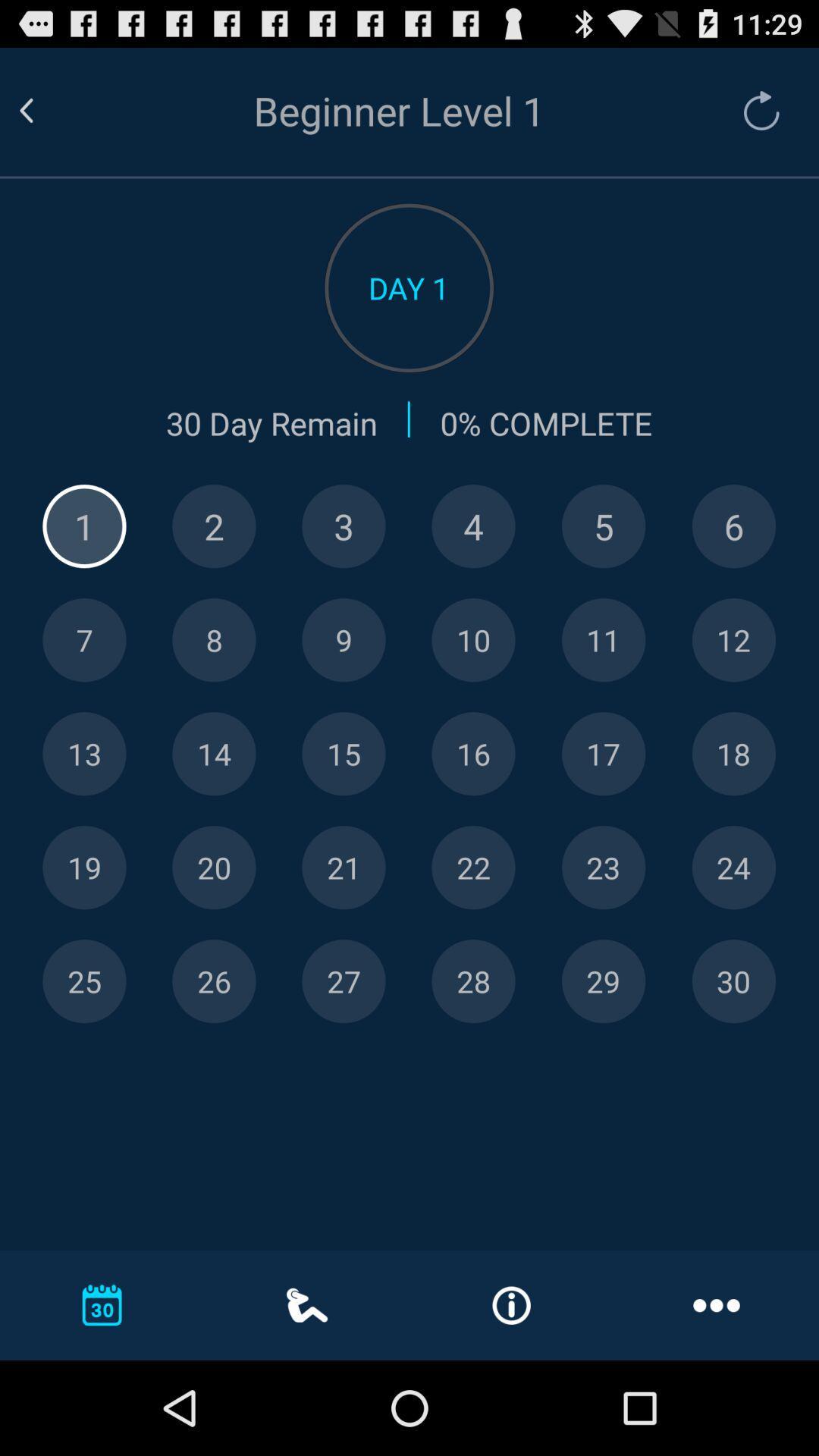 This screenshot has width=819, height=1456. I want to click on keyboard, so click(472, 981).